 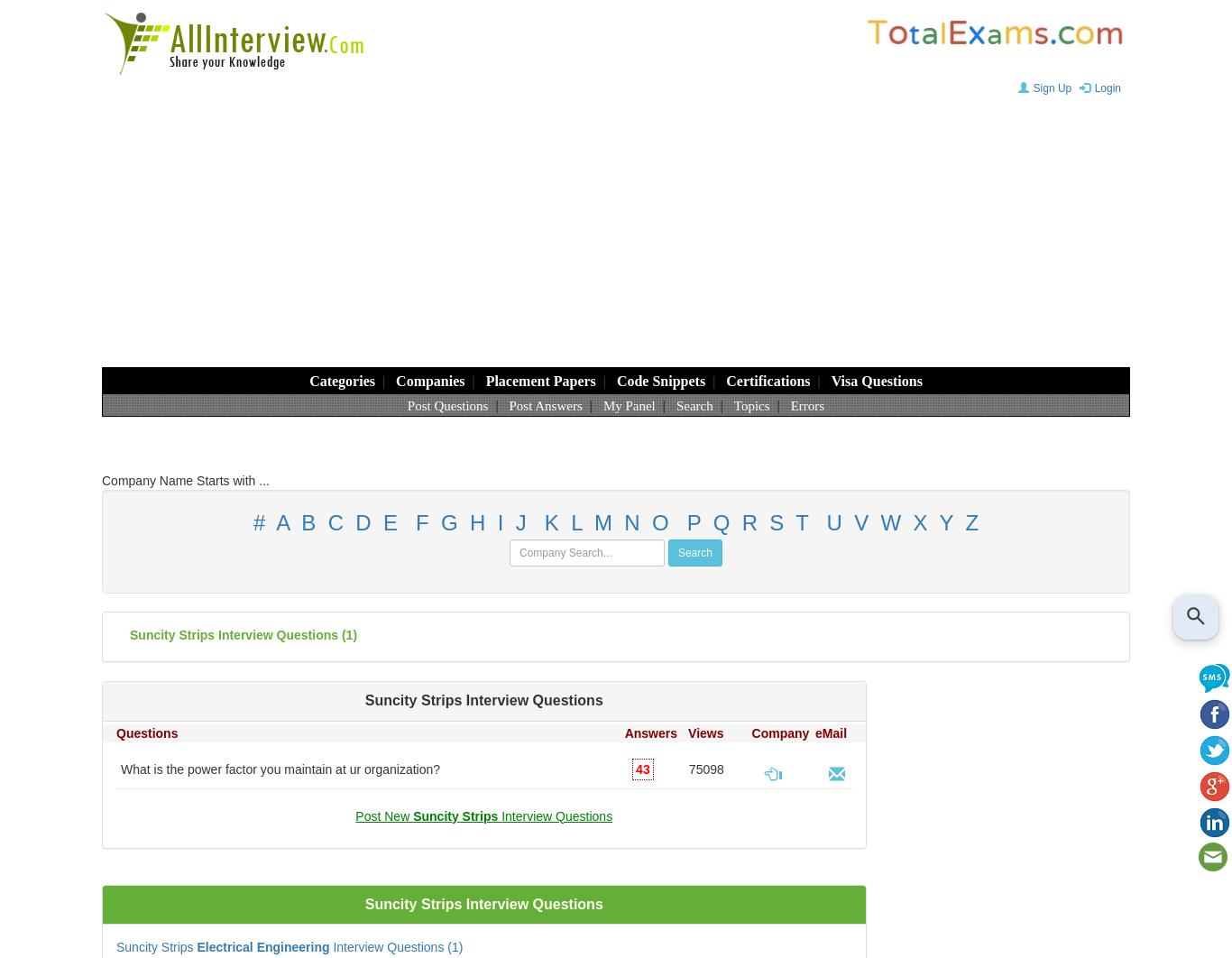 What do you see at coordinates (694, 522) in the screenshot?
I see `'P'` at bounding box center [694, 522].